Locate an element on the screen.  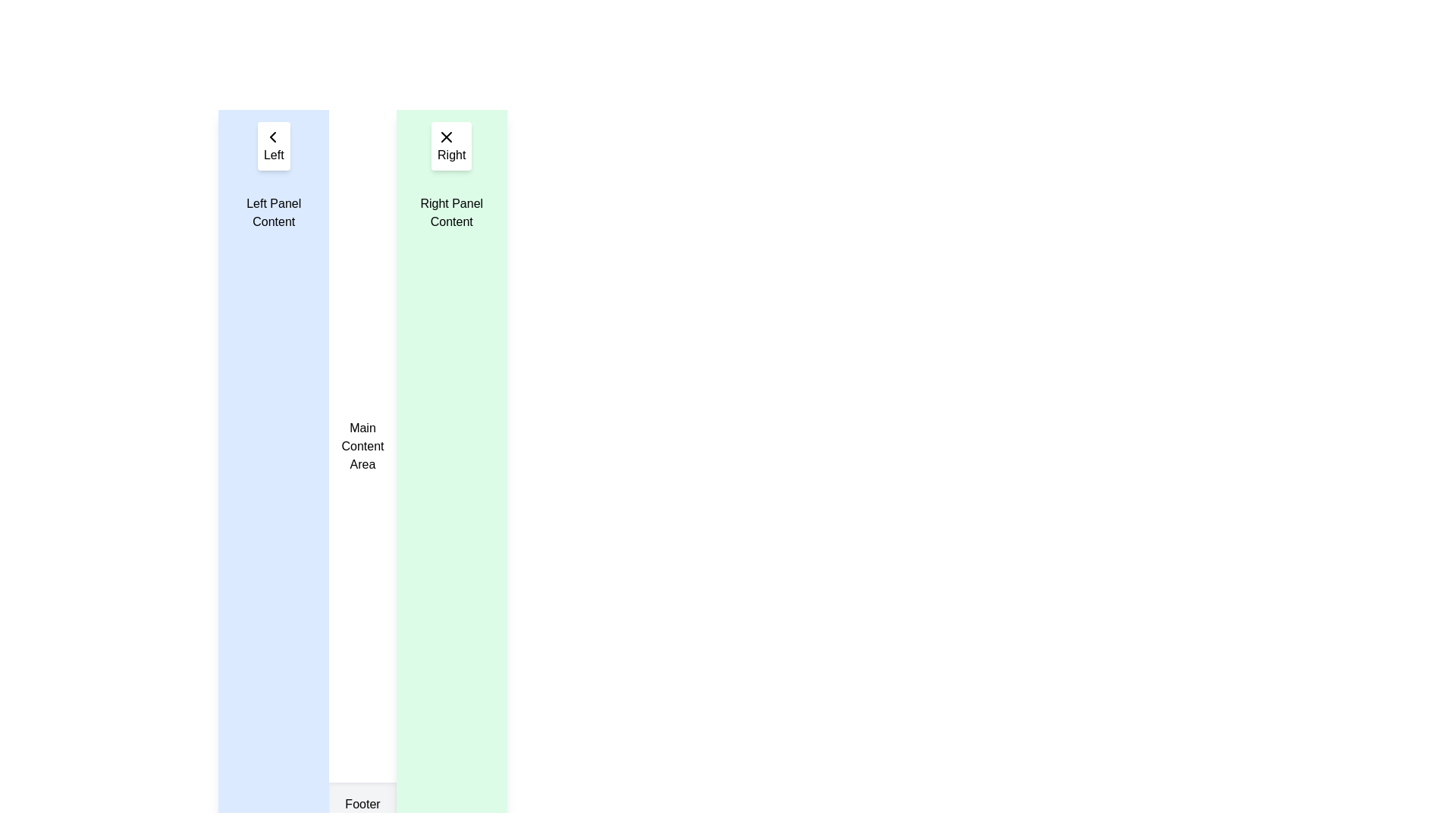
the navigation button located is located at coordinates (274, 146).